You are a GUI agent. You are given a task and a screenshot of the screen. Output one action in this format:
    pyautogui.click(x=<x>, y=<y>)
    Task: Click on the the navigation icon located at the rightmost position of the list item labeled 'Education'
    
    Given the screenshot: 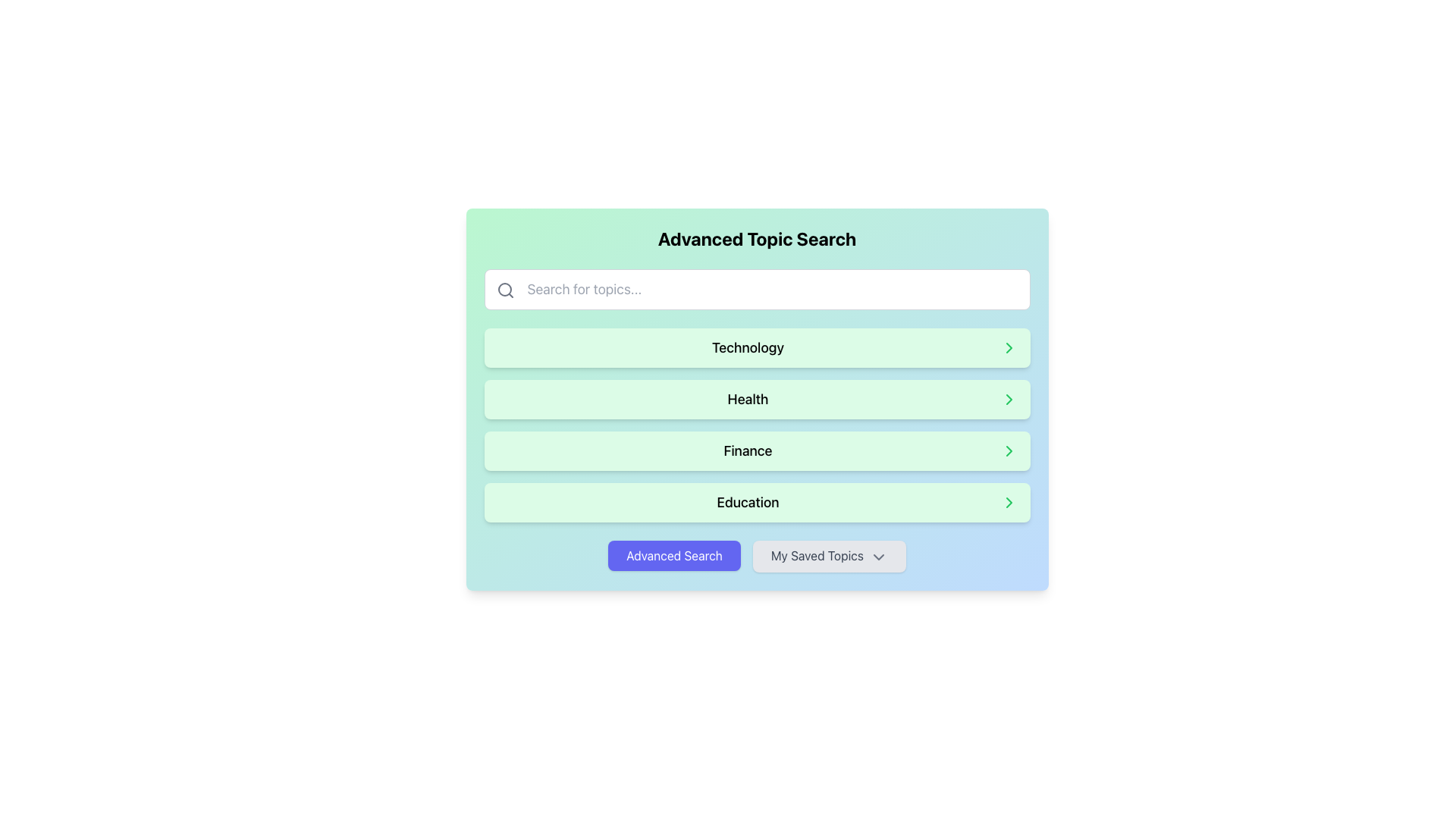 What is the action you would take?
    pyautogui.click(x=1009, y=503)
    